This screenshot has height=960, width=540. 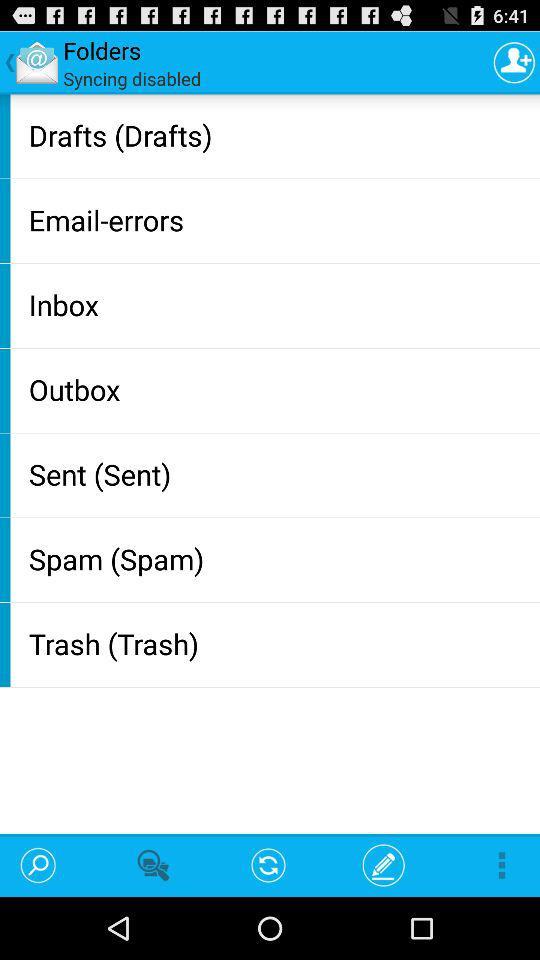 I want to click on the sent (sent), so click(x=279, y=474).